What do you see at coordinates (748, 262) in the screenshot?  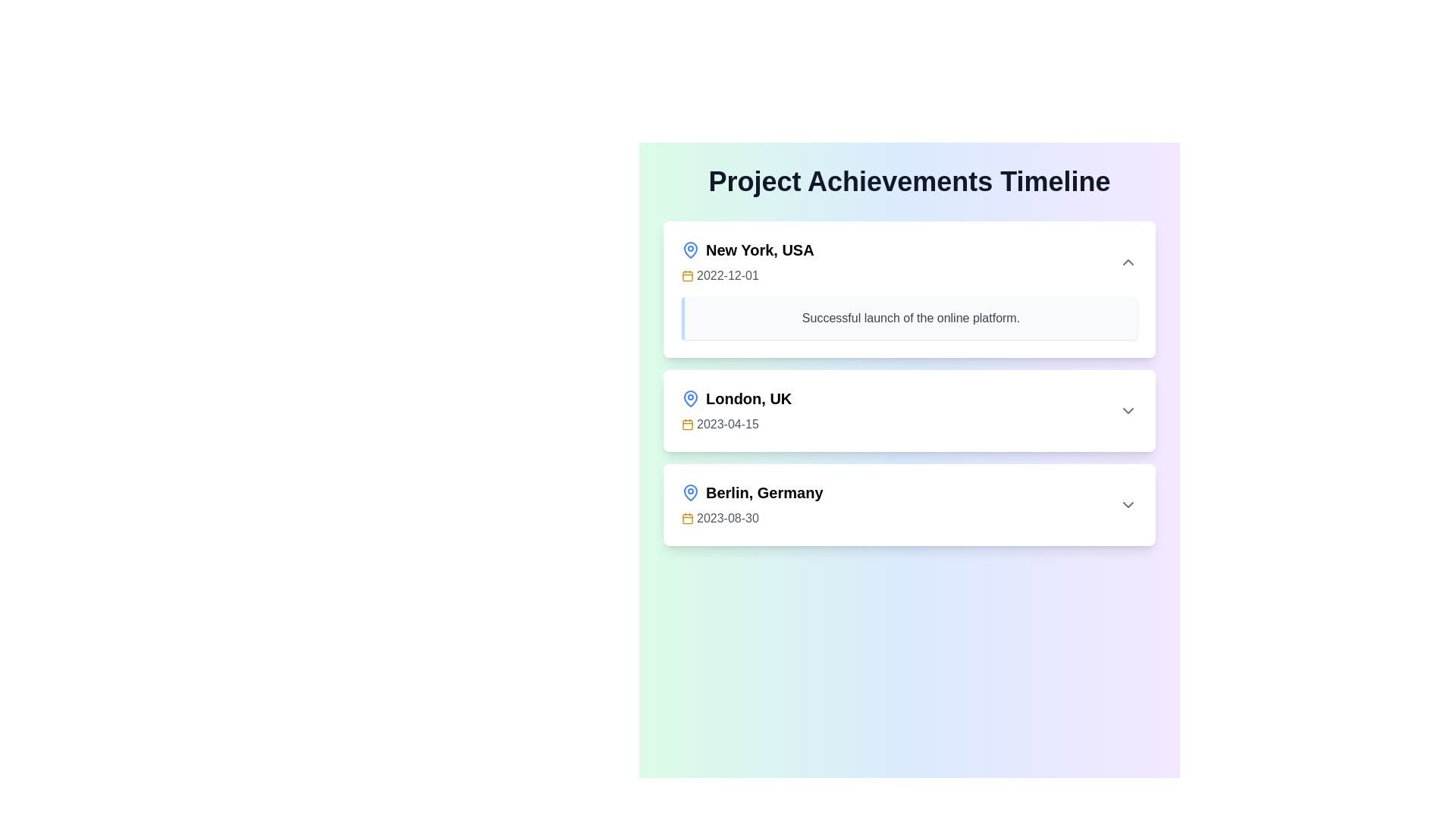 I see `the icons located at the topmost entry of the 'Project Achievements Timeline' milestone list to interact with them` at bounding box center [748, 262].